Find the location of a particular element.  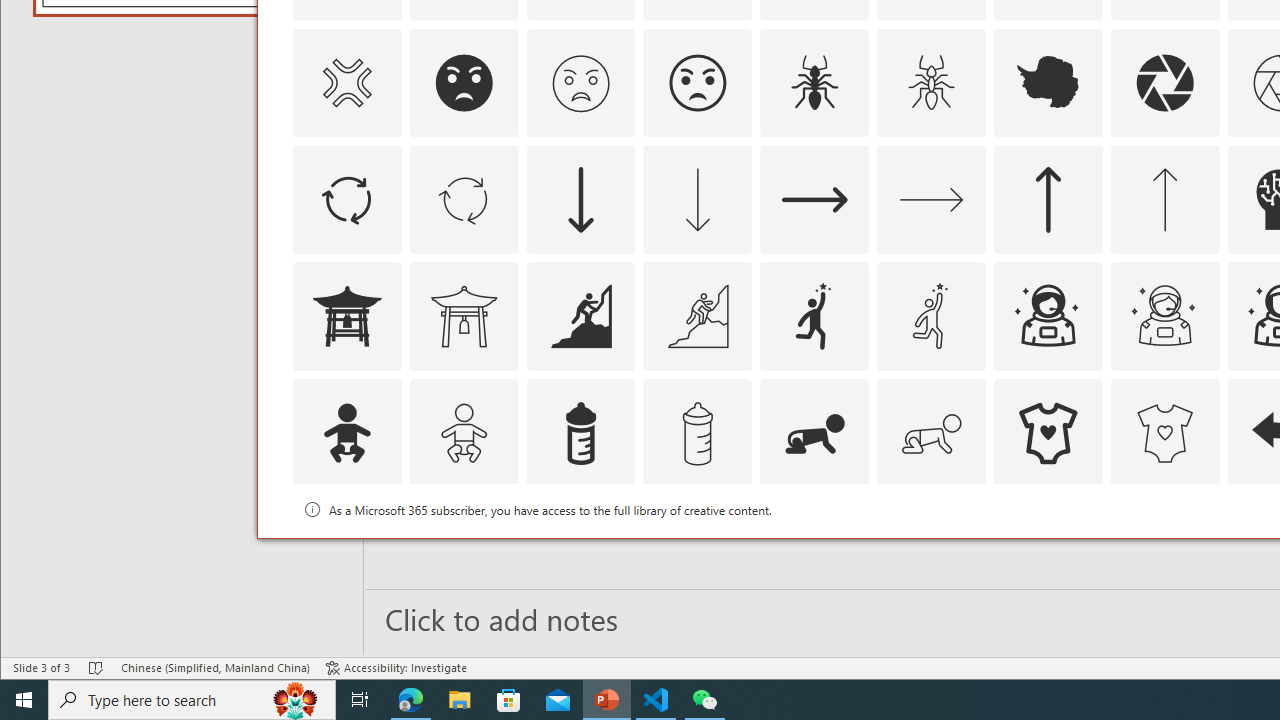

'Start' is located at coordinates (24, 698).